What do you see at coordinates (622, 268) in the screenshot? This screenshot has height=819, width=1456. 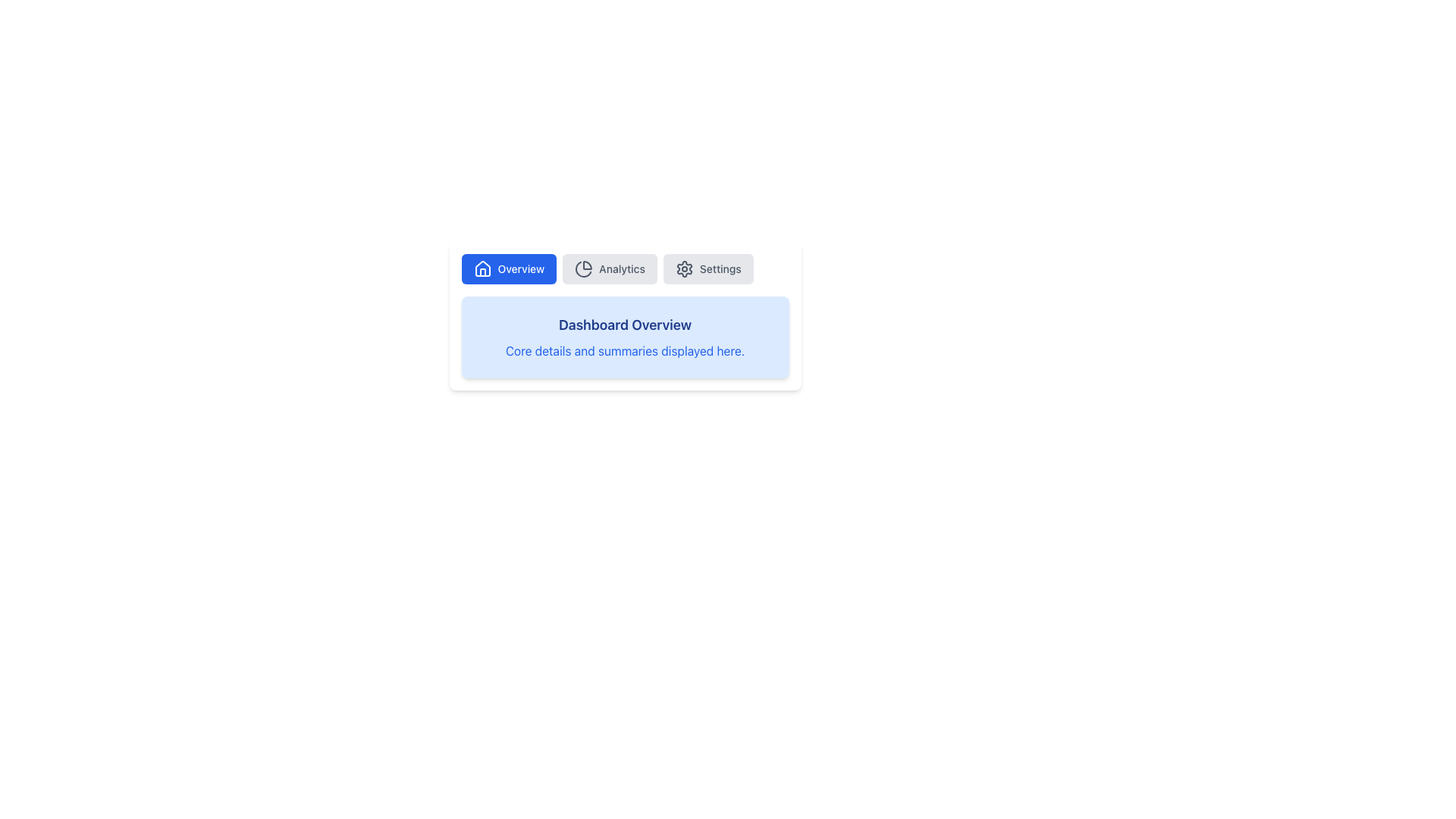 I see `the 'Analytics' text label which indicates the purpose of the adjacent button for navigation` at bounding box center [622, 268].